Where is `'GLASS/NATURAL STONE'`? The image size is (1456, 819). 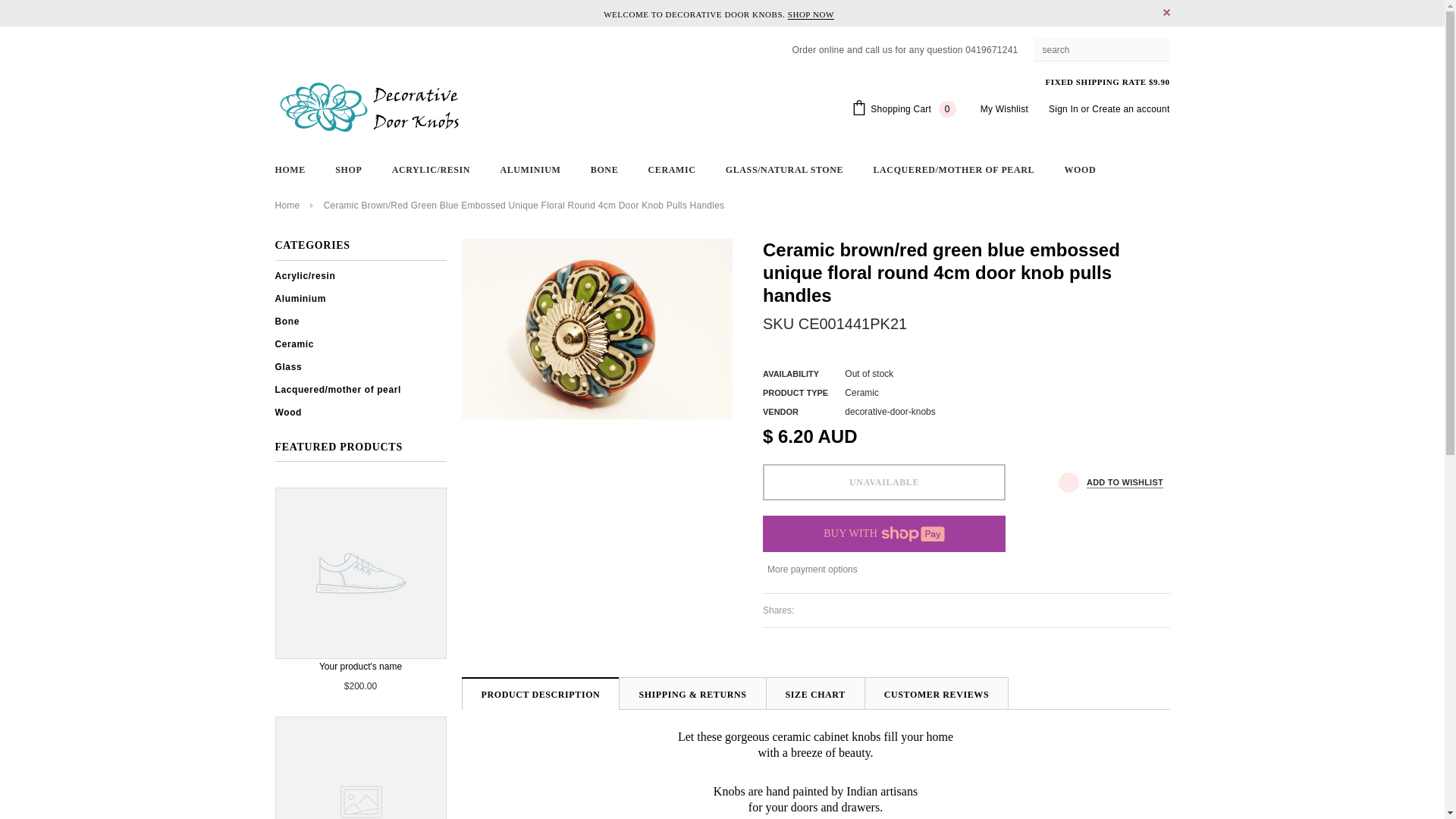 'GLASS/NATURAL STONE' is located at coordinates (784, 169).